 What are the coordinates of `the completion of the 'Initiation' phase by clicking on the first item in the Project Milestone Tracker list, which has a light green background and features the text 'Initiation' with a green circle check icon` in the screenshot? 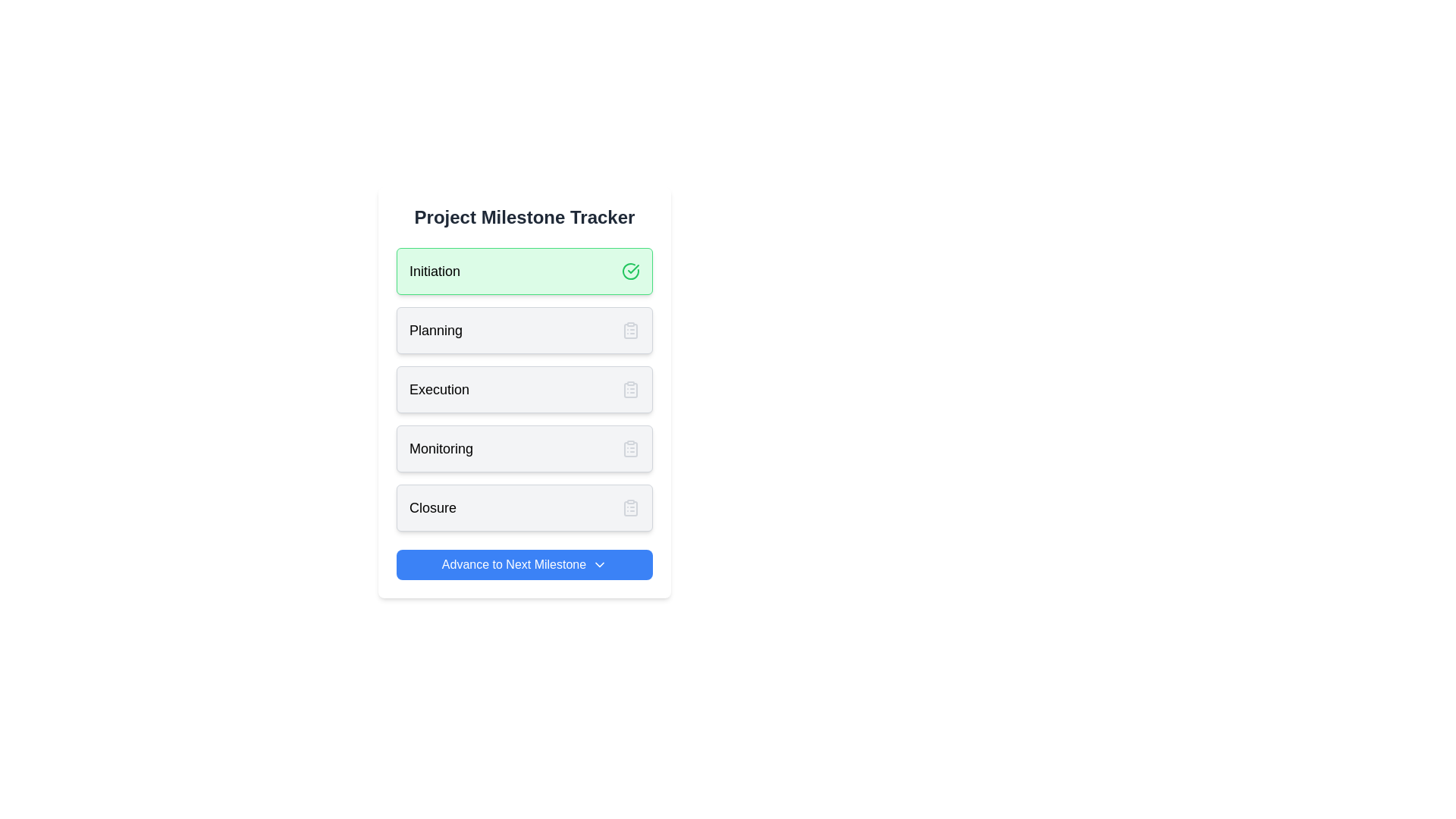 It's located at (524, 271).